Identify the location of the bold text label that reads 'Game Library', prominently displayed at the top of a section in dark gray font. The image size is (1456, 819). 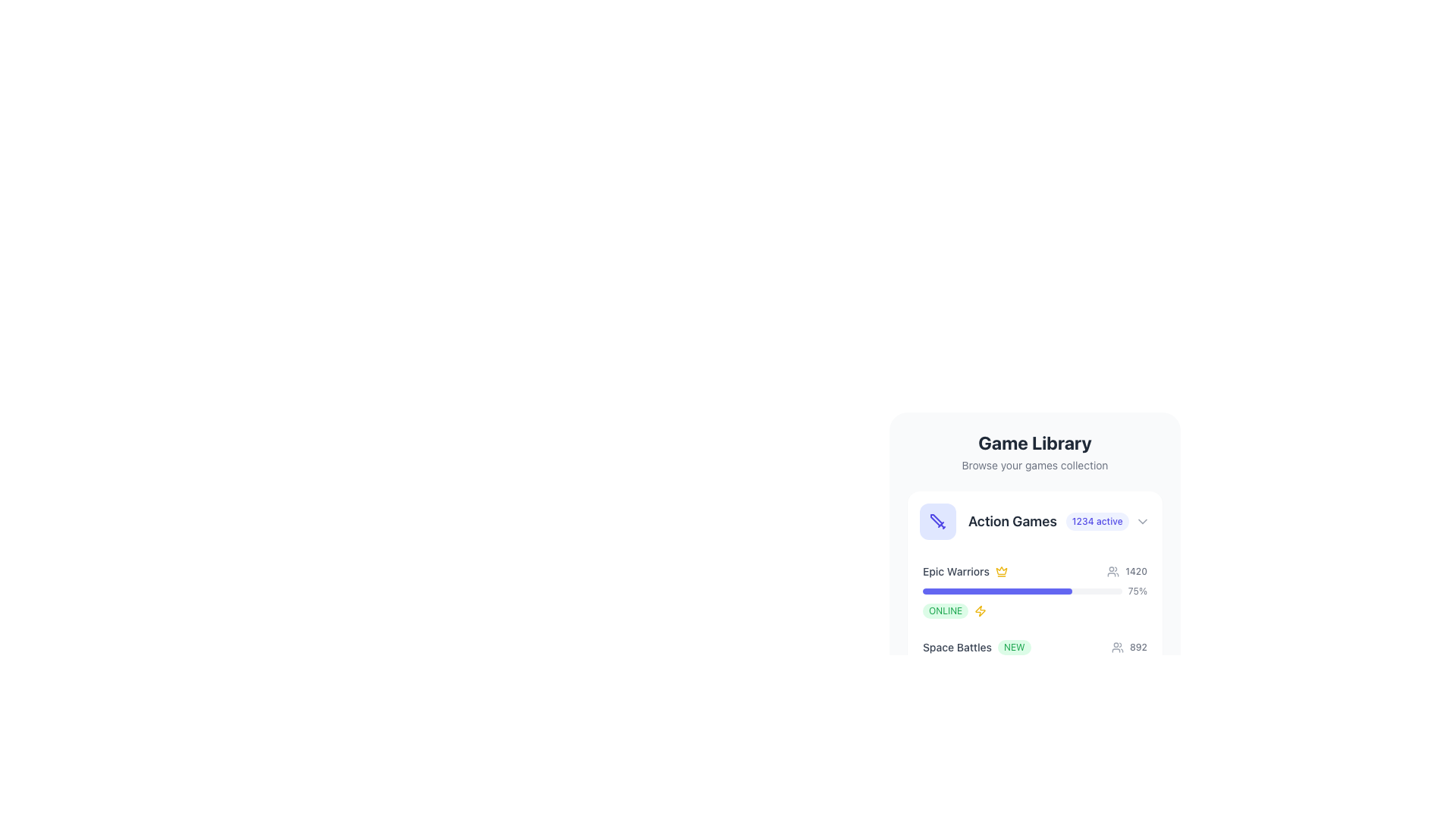
(1034, 442).